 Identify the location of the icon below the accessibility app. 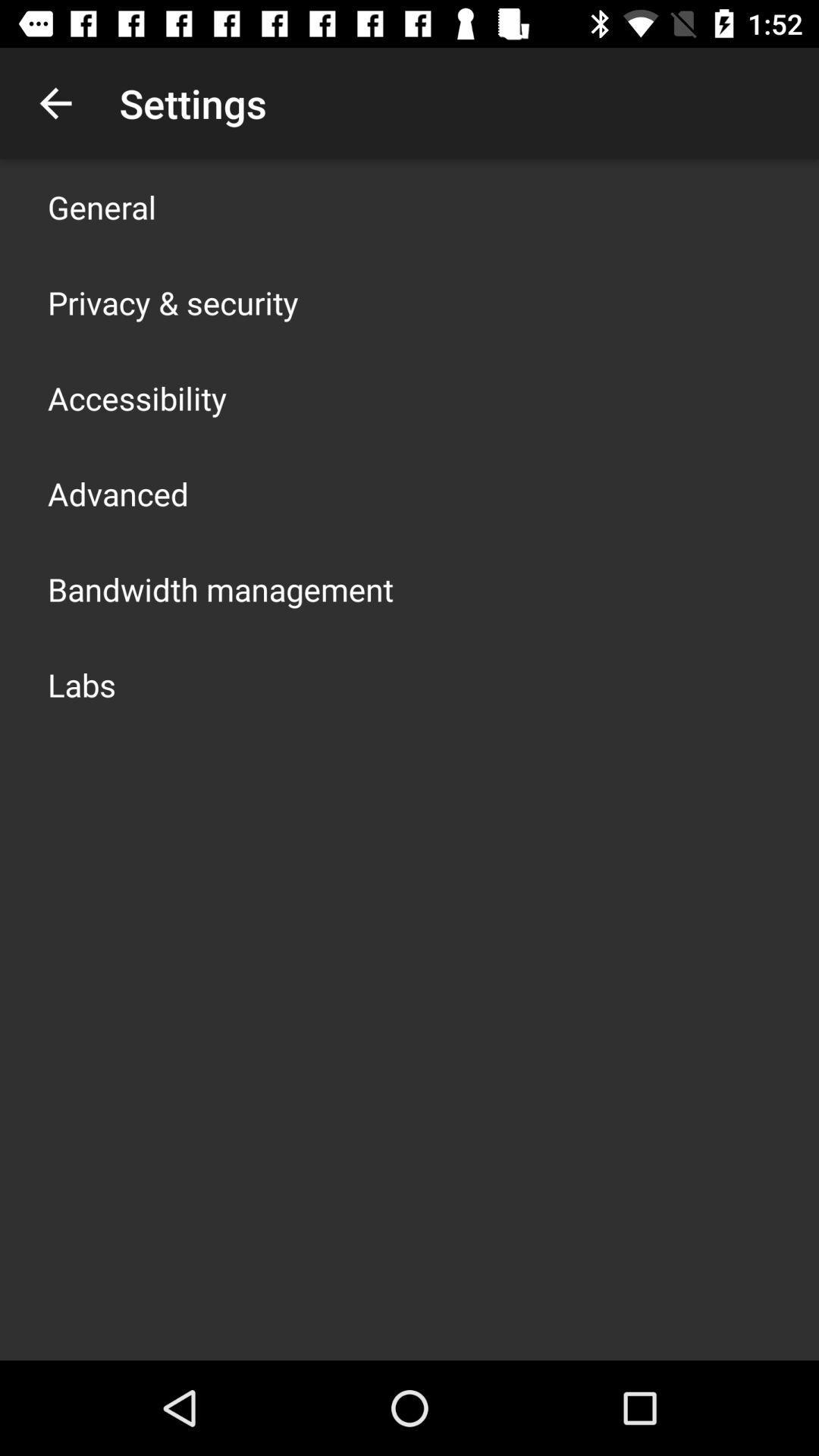
(117, 494).